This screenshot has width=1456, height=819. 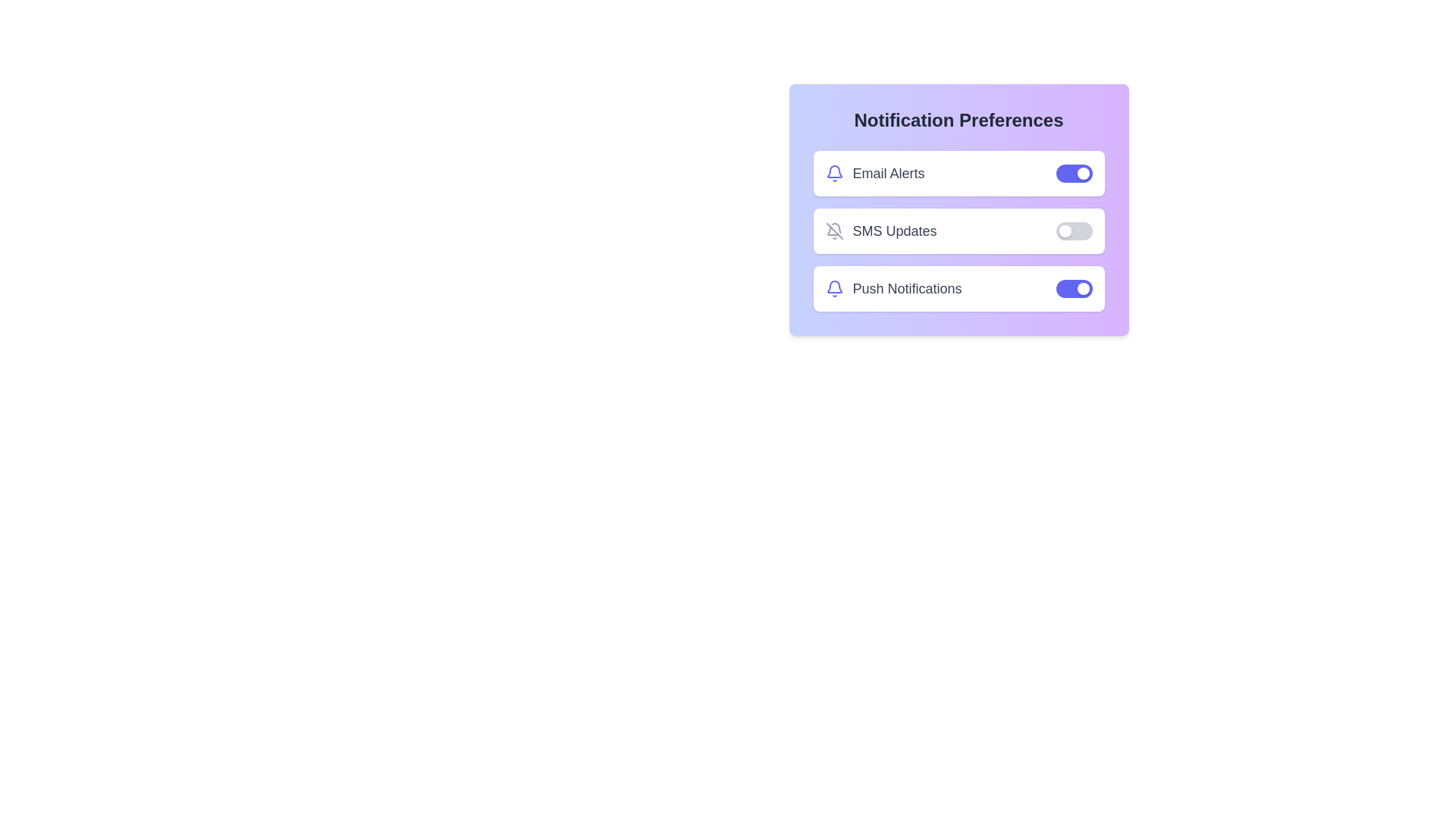 I want to click on the background container of the Notification Preferences component, so click(x=958, y=210).